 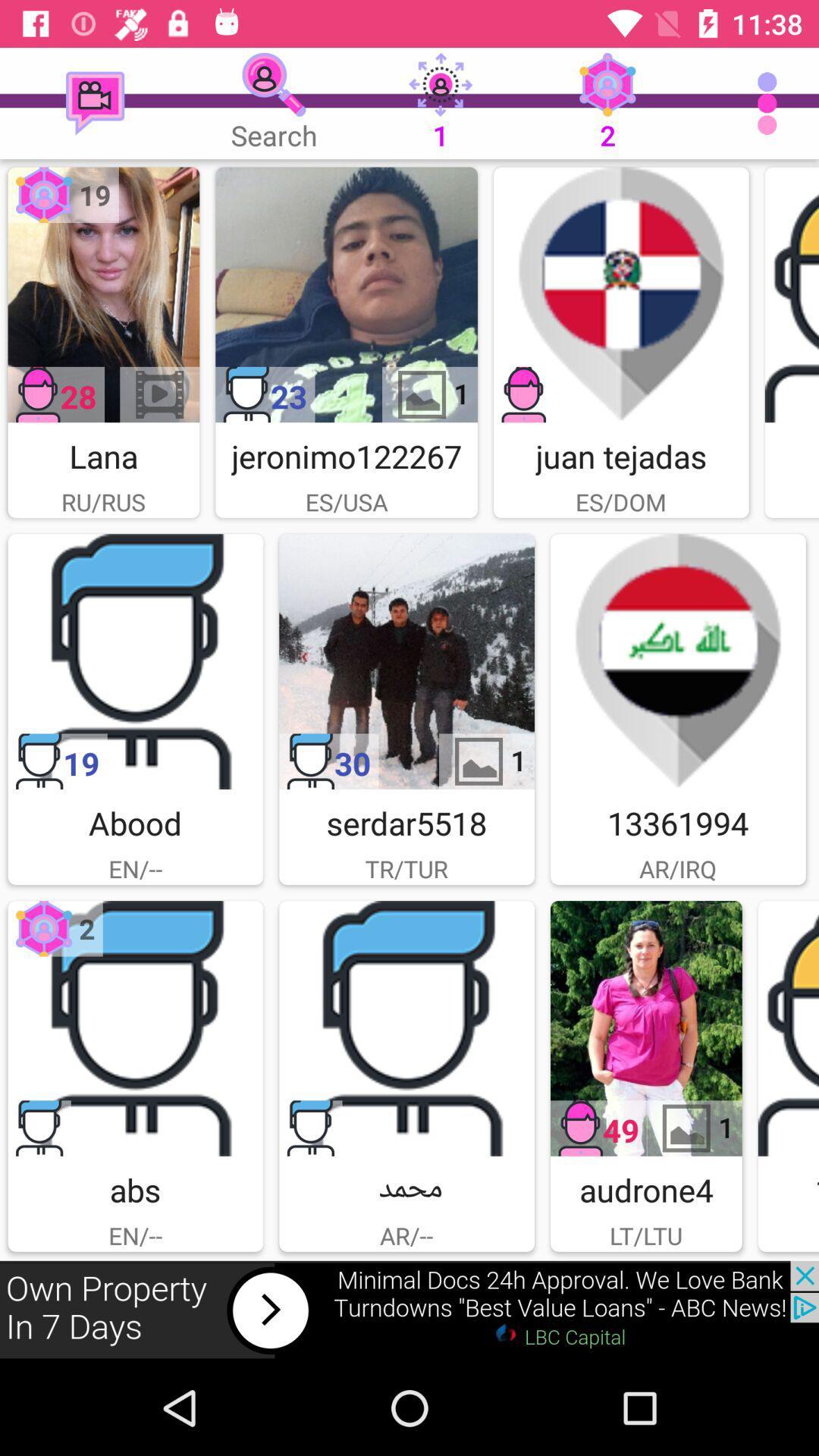 What do you see at coordinates (646, 1028) in the screenshot?
I see `click audrone4` at bounding box center [646, 1028].